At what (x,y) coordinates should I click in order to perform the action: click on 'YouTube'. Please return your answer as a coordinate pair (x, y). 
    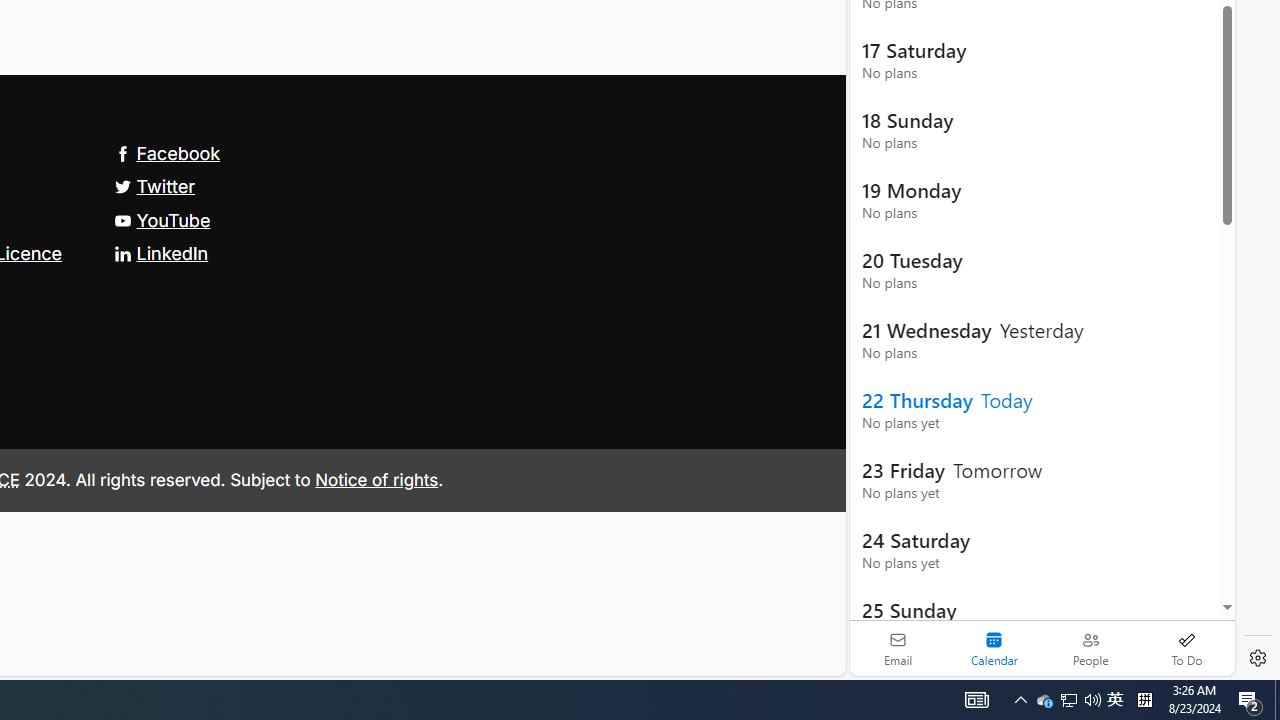
    Looking at the image, I should click on (162, 219).